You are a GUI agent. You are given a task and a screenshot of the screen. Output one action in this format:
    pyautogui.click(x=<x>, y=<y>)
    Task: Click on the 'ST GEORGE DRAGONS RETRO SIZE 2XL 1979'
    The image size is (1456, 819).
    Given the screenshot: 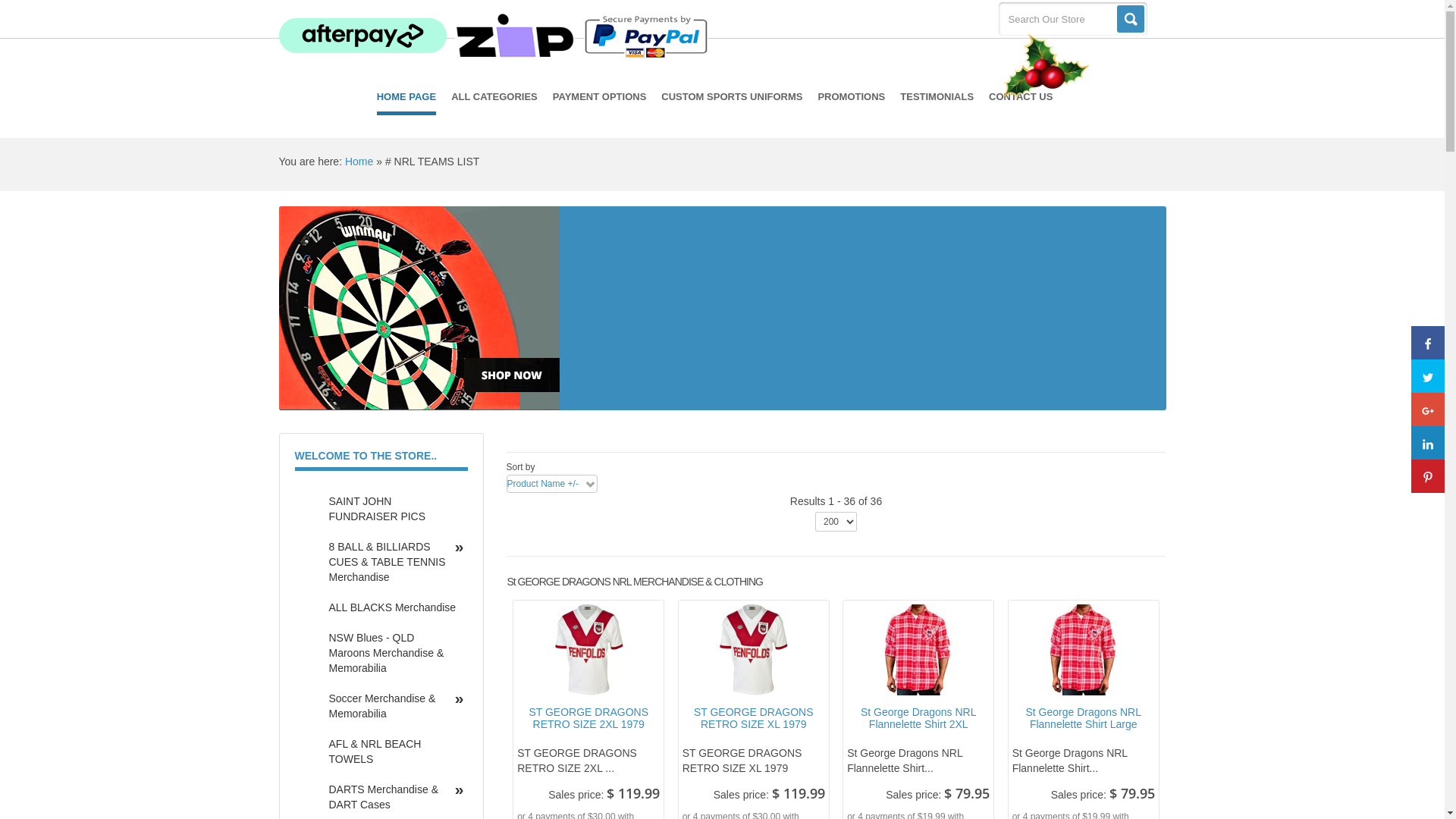 What is the action you would take?
    pyautogui.click(x=588, y=718)
    